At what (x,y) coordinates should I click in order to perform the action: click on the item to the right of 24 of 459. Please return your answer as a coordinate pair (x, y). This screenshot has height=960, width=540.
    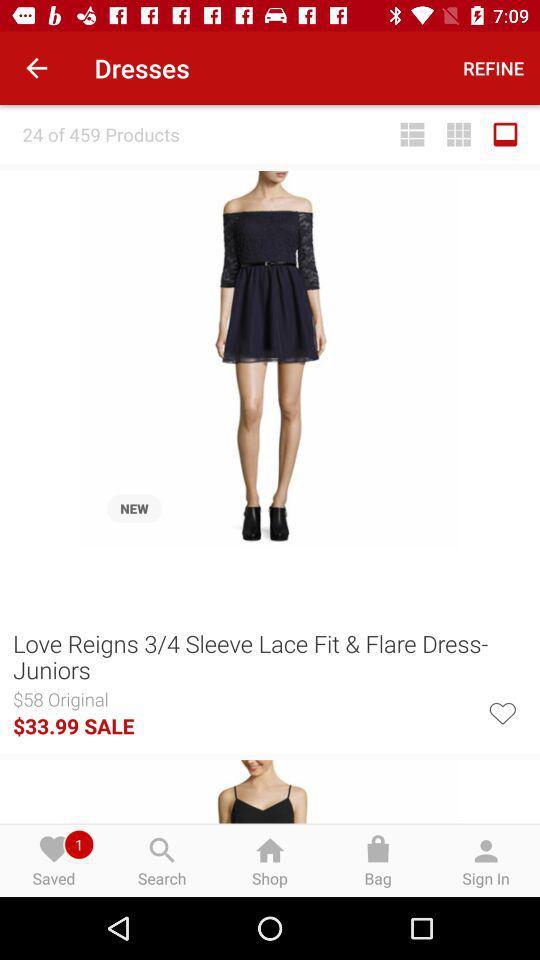
    Looking at the image, I should click on (411, 133).